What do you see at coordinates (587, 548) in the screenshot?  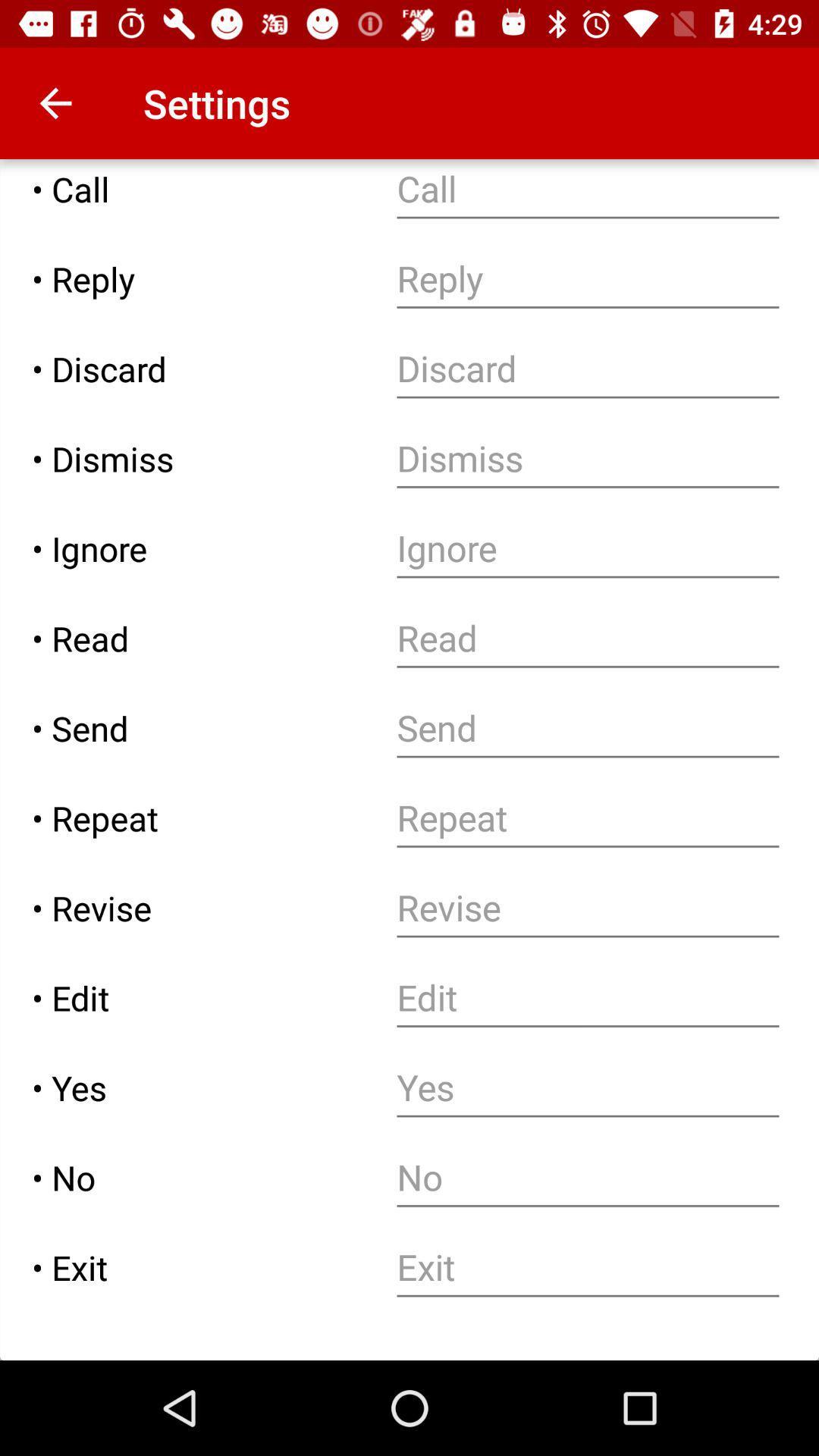 I see `ignore the person or item` at bounding box center [587, 548].